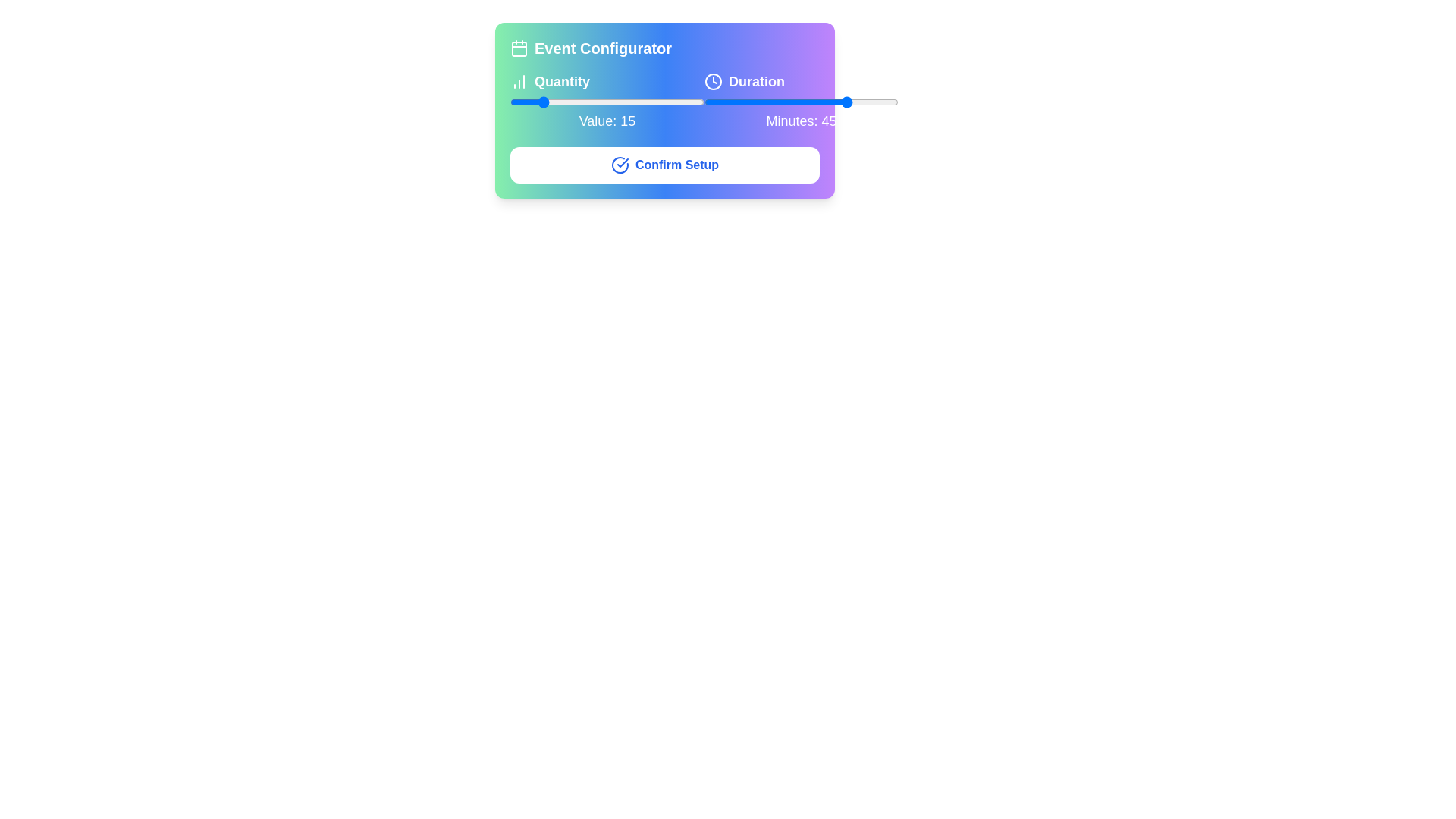  I want to click on duration, so click(866, 102).